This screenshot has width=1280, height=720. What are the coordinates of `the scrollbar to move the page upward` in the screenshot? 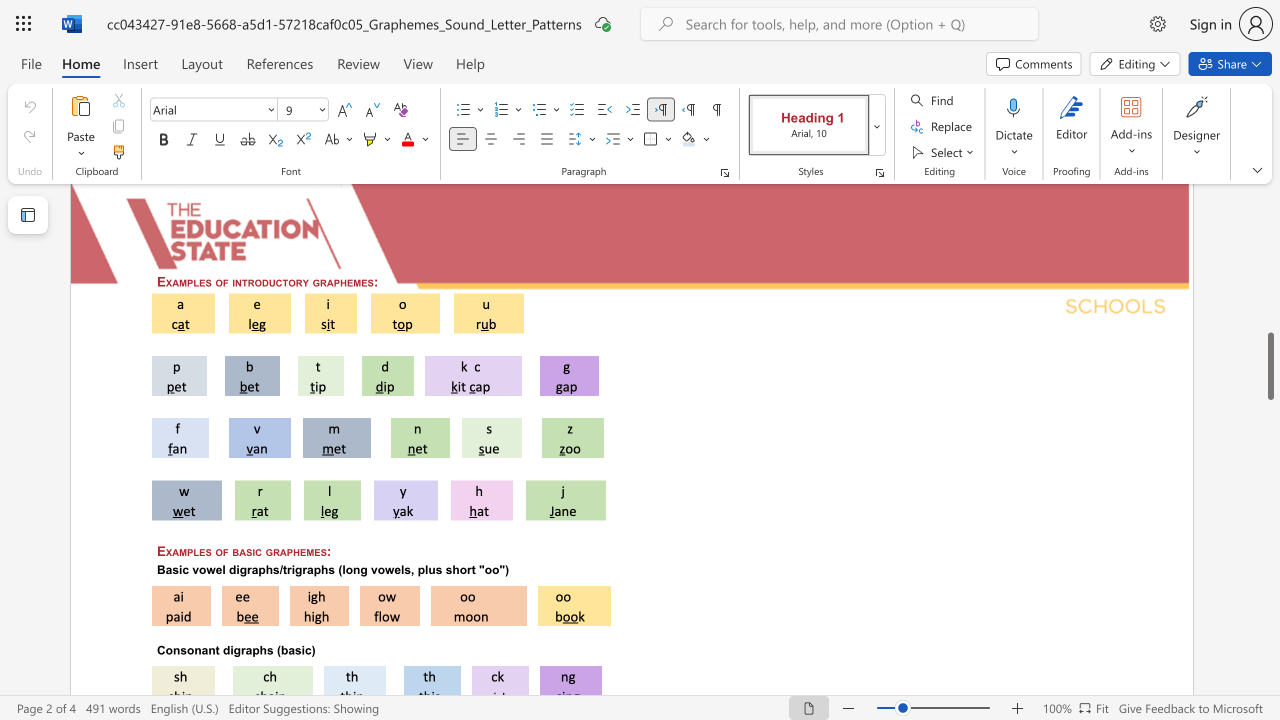 It's located at (1269, 370).